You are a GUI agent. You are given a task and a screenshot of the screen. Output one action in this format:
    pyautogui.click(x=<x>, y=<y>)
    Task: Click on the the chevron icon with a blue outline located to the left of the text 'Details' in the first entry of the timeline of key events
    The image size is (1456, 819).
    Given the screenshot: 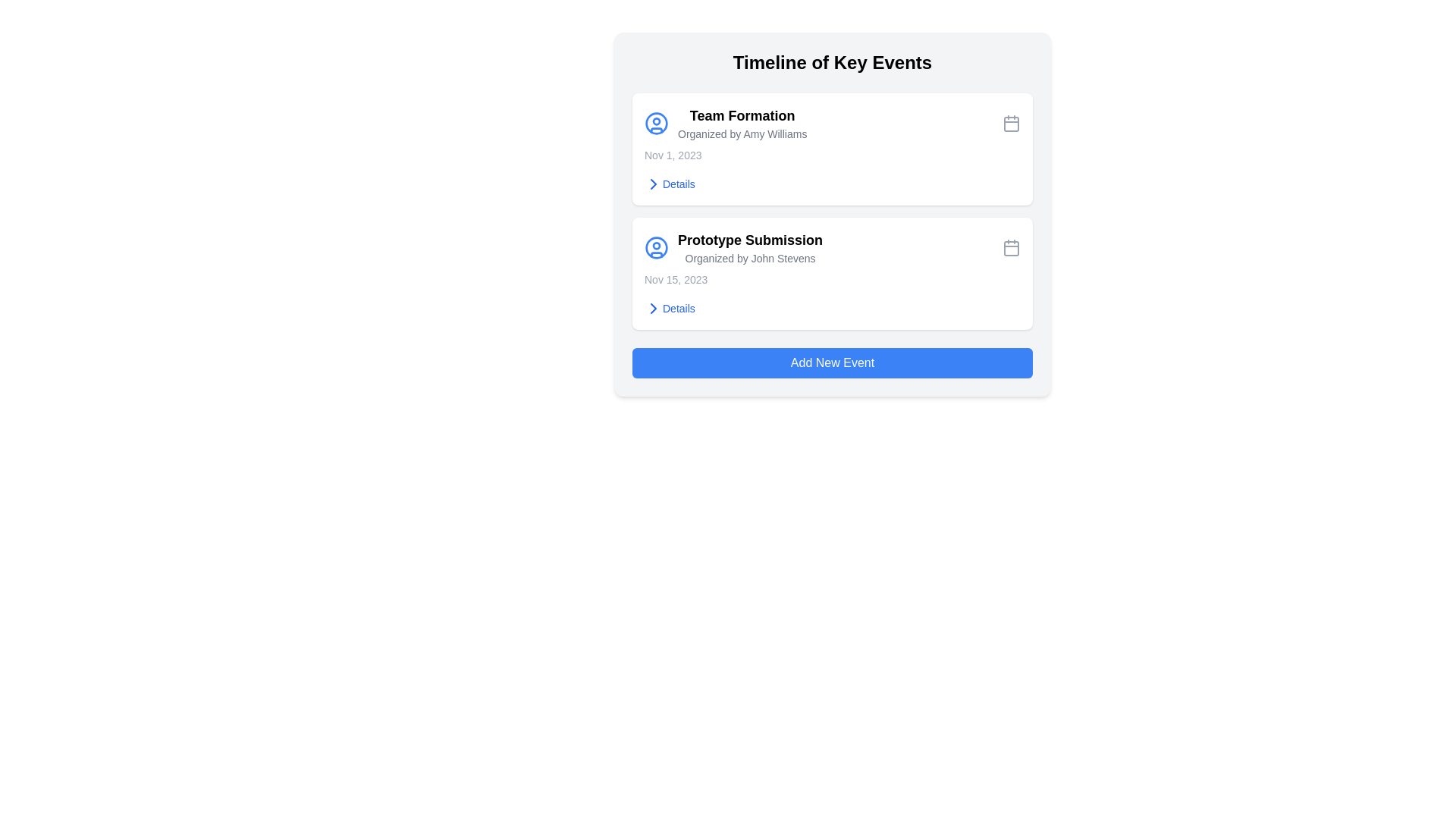 What is the action you would take?
    pyautogui.click(x=654, y=184)
    